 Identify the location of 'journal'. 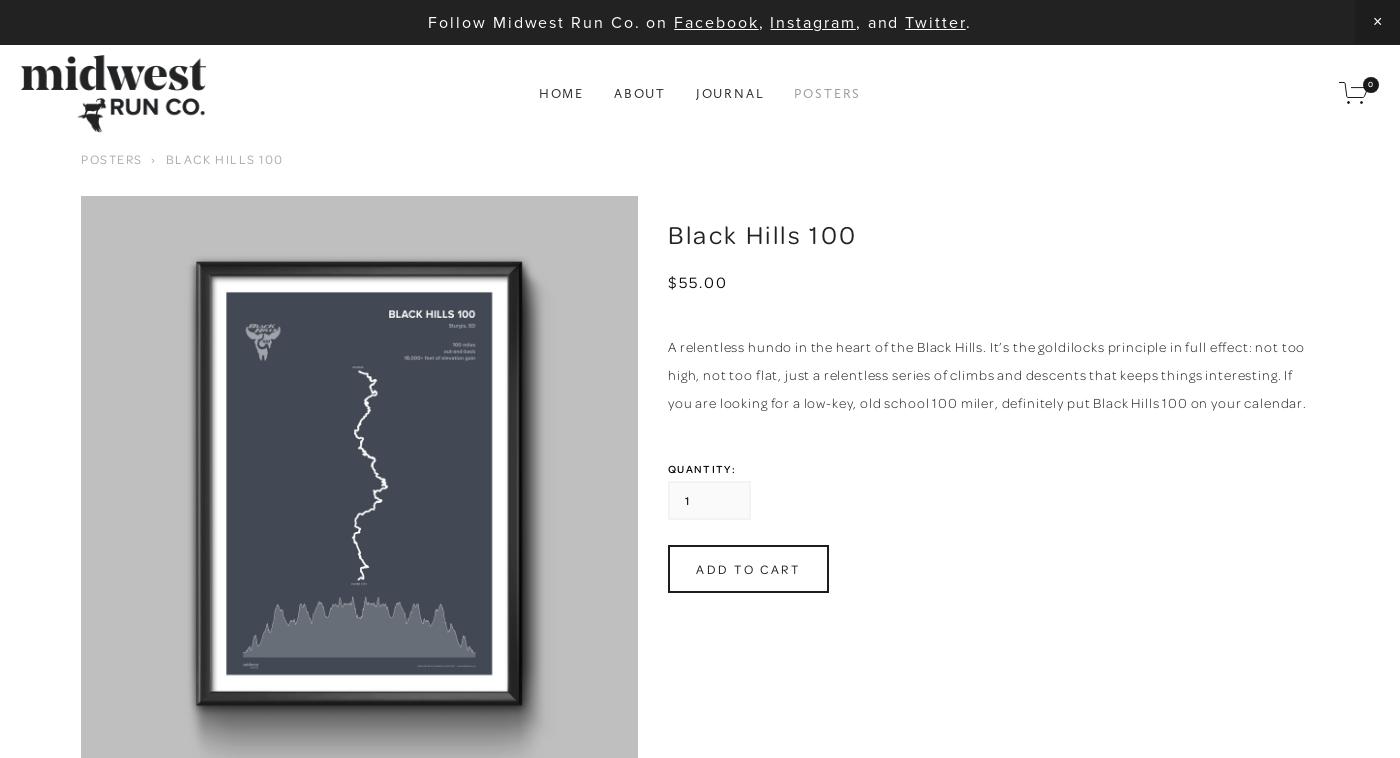
(729, 92).